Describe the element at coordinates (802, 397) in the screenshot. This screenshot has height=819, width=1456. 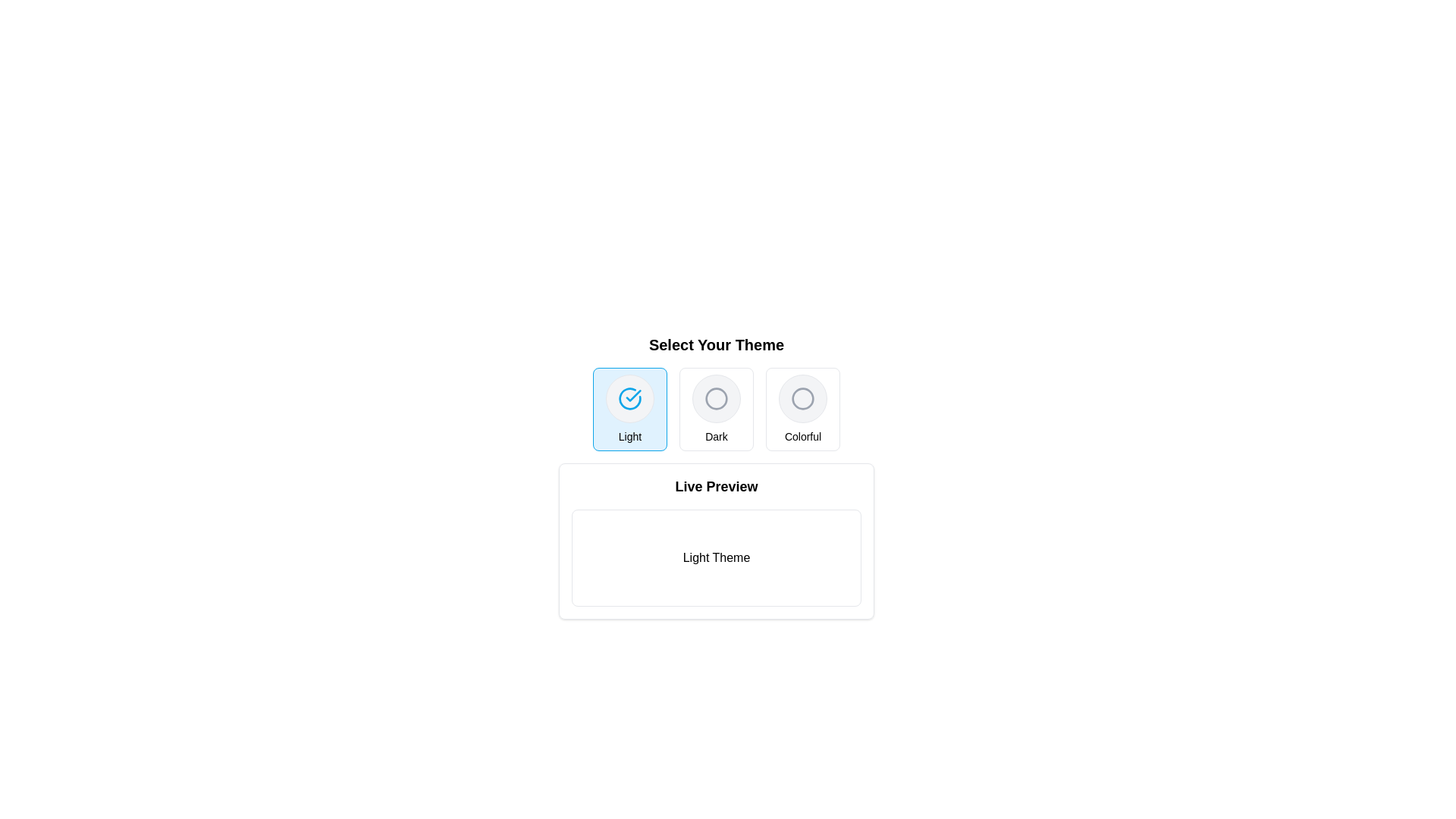
I see `the circular graphical component with a grayish background and concentric circles, which is the centerpiece of the 'Colorful' theme selection option in the 'Select Your Theme' interface` at that location.